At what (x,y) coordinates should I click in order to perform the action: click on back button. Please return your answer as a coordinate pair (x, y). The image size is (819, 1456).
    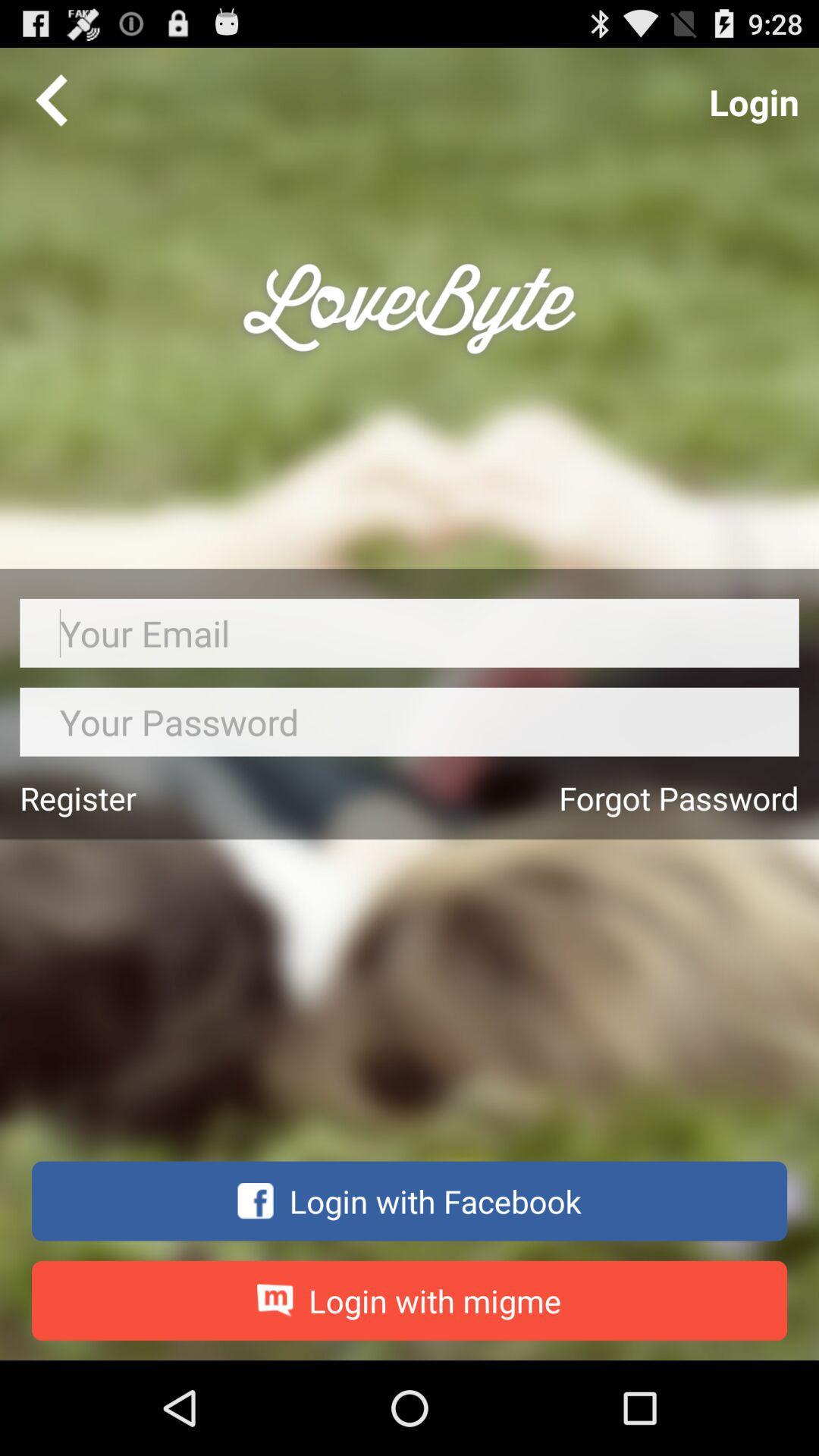
    Looking at the image, I should click on (51, 99).